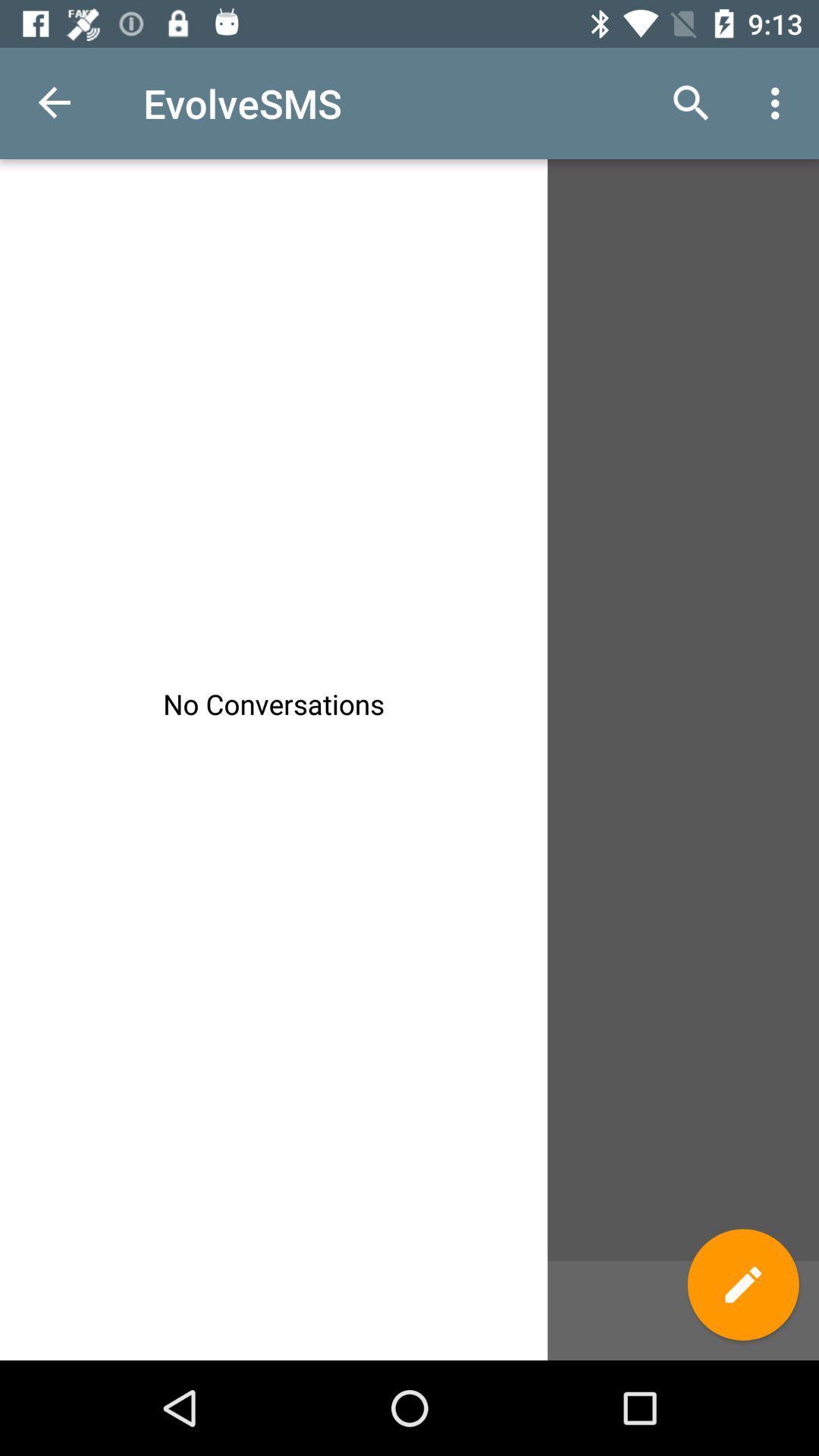  What do you see at coordinates (742, 1284) in the screenshot?
I see `the edit icon` at bounding box center [742, 1284].